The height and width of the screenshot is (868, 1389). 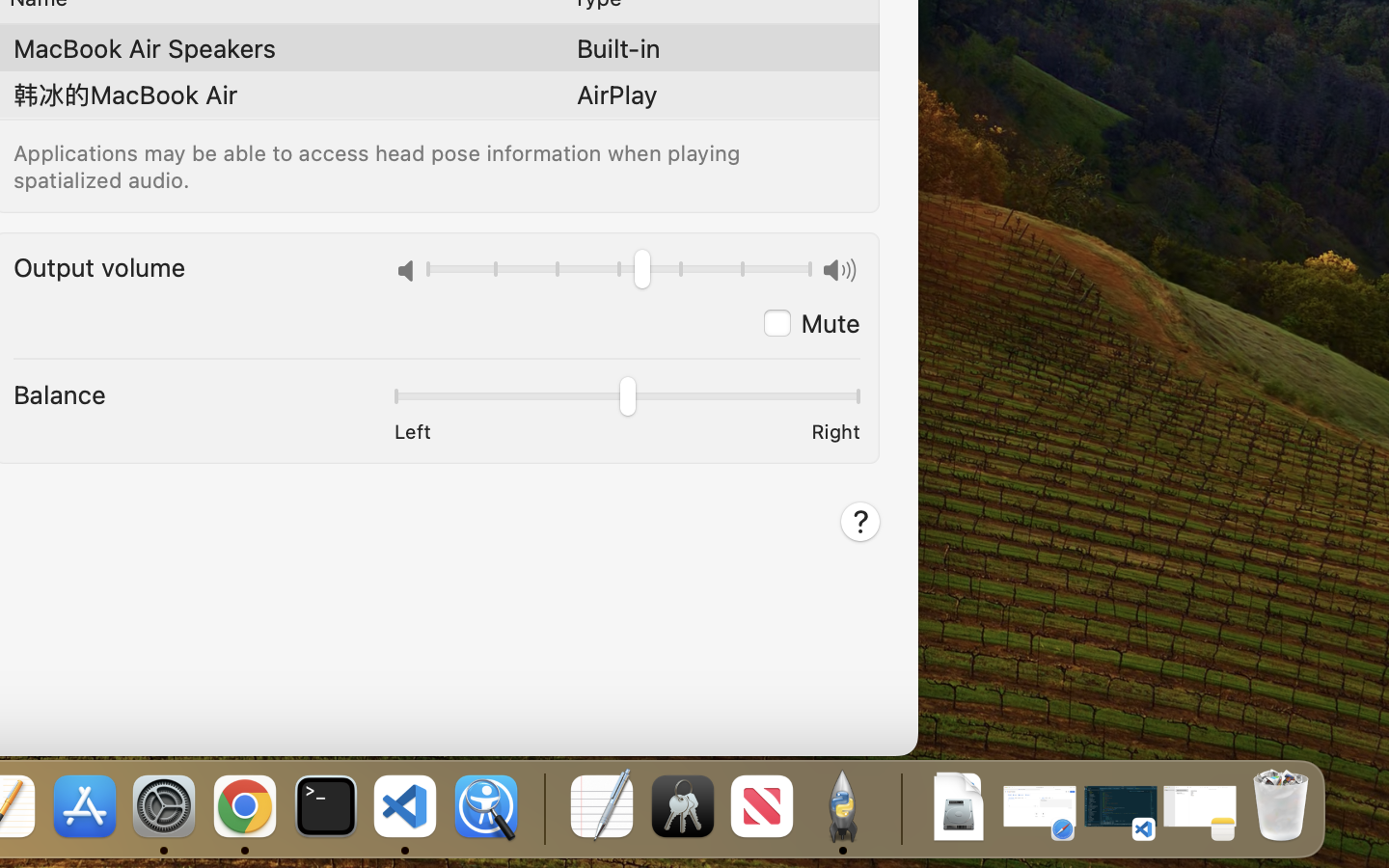 What do you see at coordinates (615, 94) in the screenshot?
I see `'AirPlay'` at bounding box center [615, 94].